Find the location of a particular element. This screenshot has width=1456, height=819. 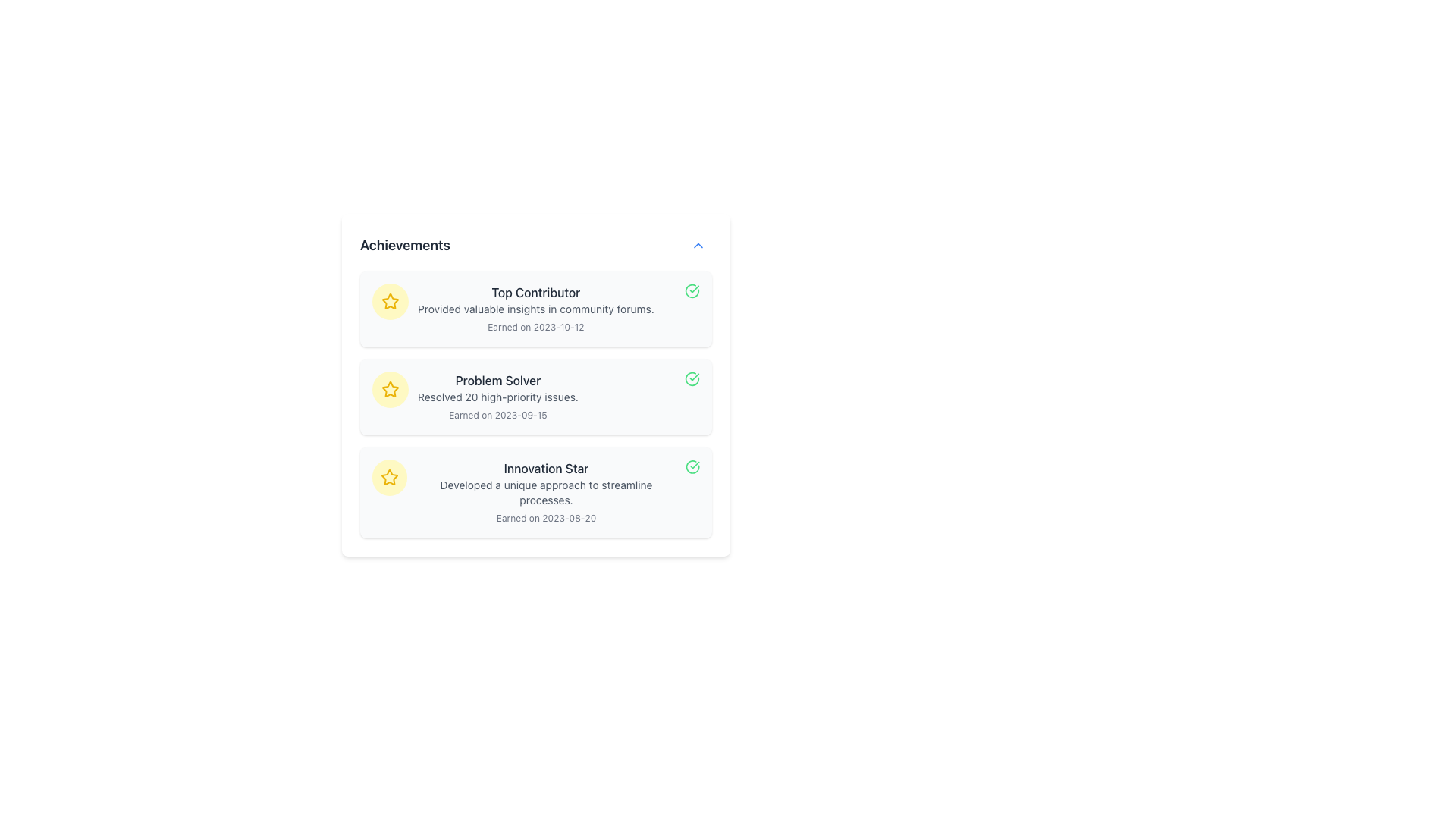

the small upward-pointing chevron icon styled in blue located in the upper right corner of the achievements card is located at coordinates (698, 245).